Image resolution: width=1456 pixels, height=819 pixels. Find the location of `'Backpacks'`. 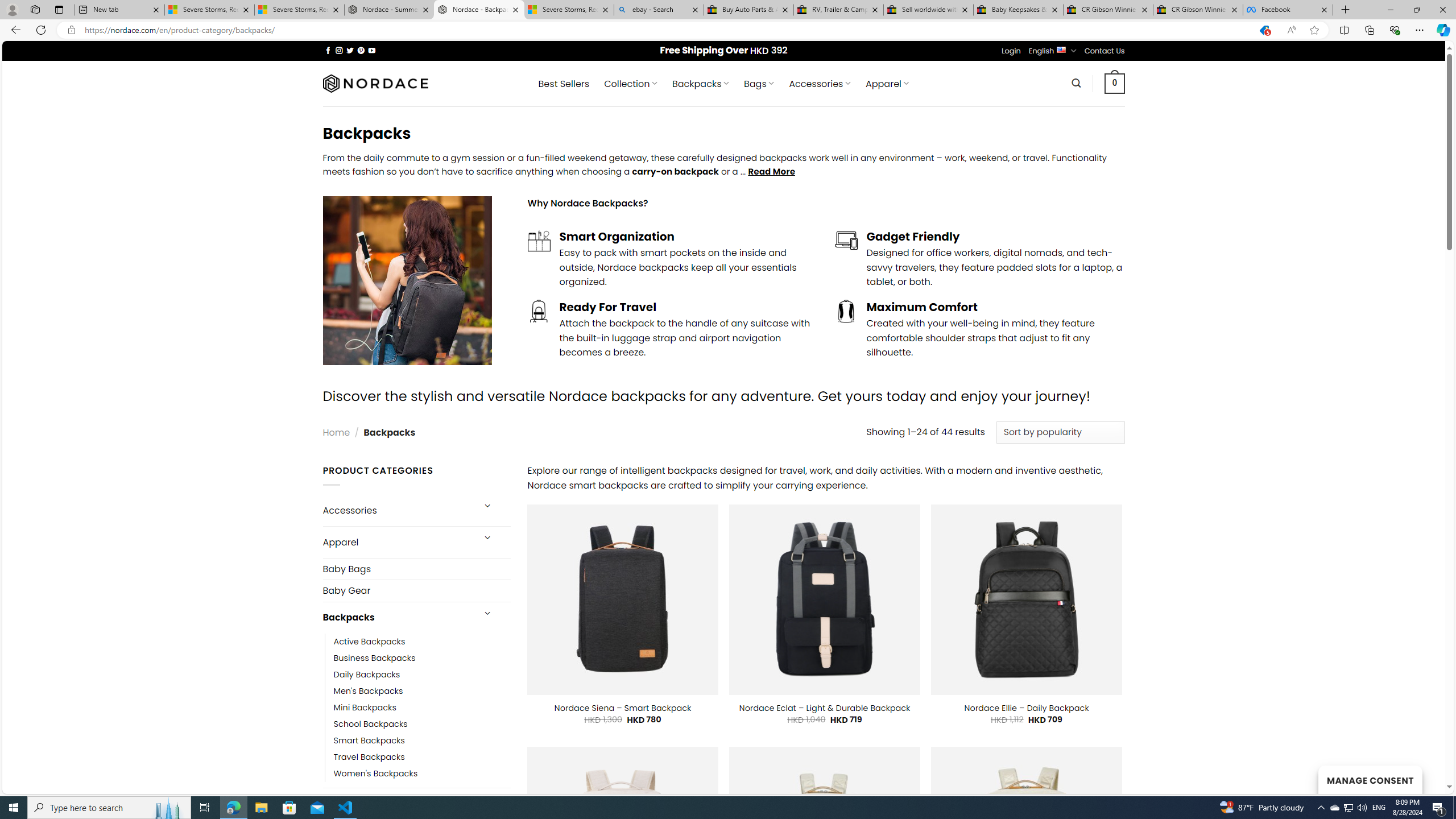

'Backpacks' is located at coordinates (396, 617).